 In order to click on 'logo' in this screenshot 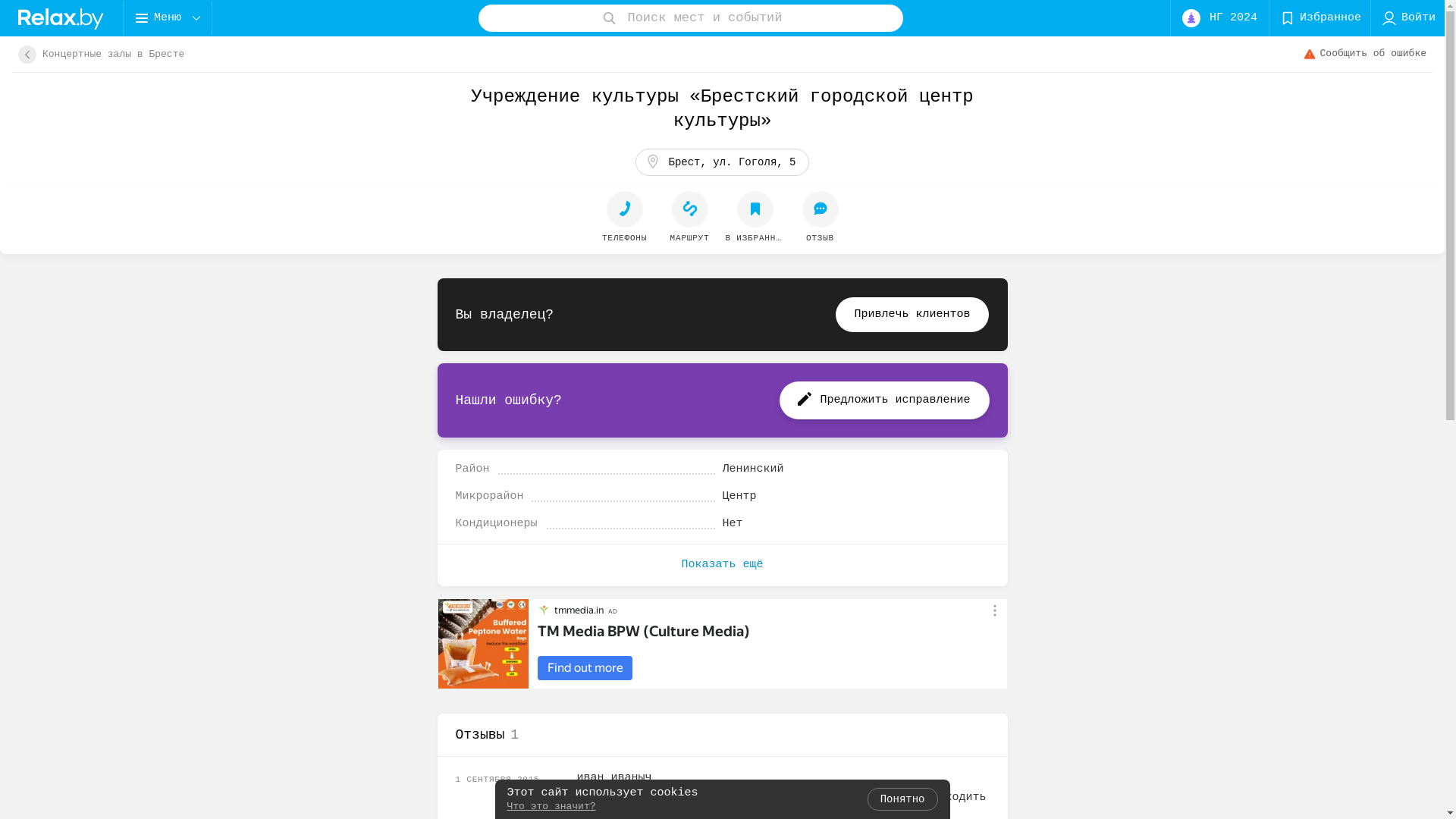, I will do `click(18, 17)`.